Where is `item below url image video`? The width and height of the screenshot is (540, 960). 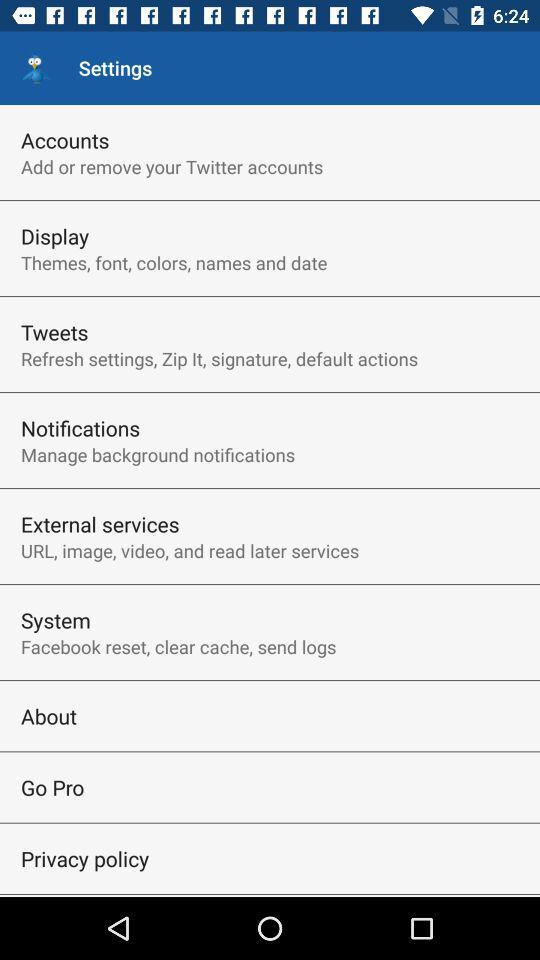 item below url image video is located at coordinates (55, 619).